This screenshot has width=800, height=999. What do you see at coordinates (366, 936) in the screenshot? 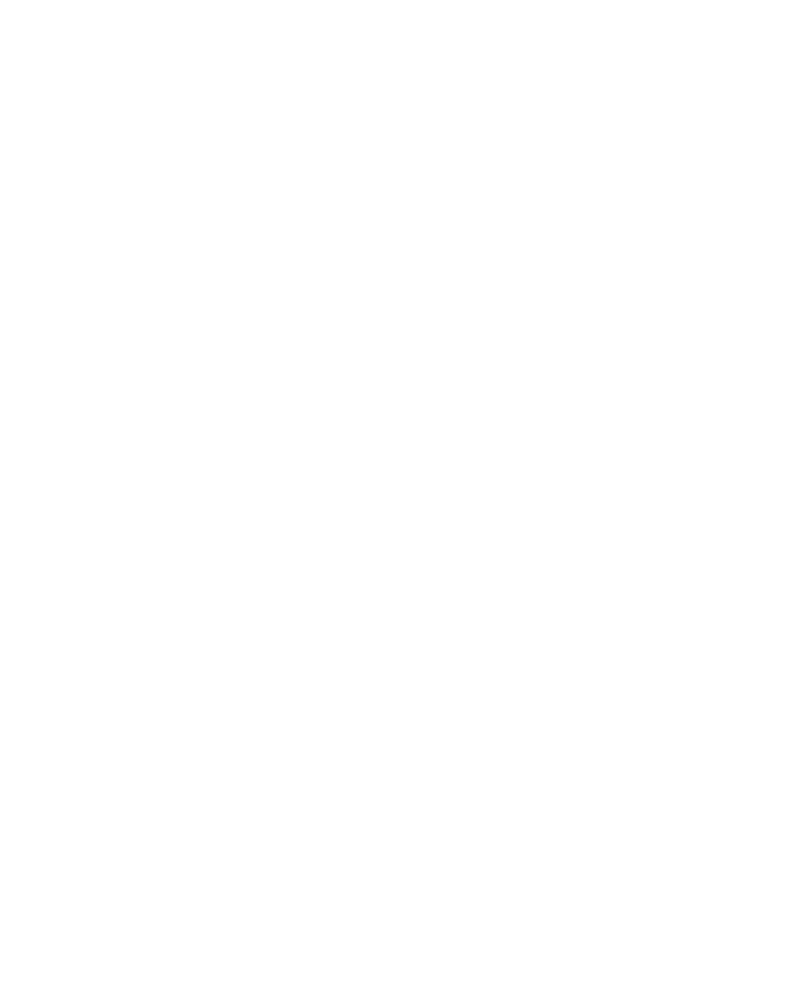
I see `'Published: 10/05/2023'` at bounding box center [366, 936].